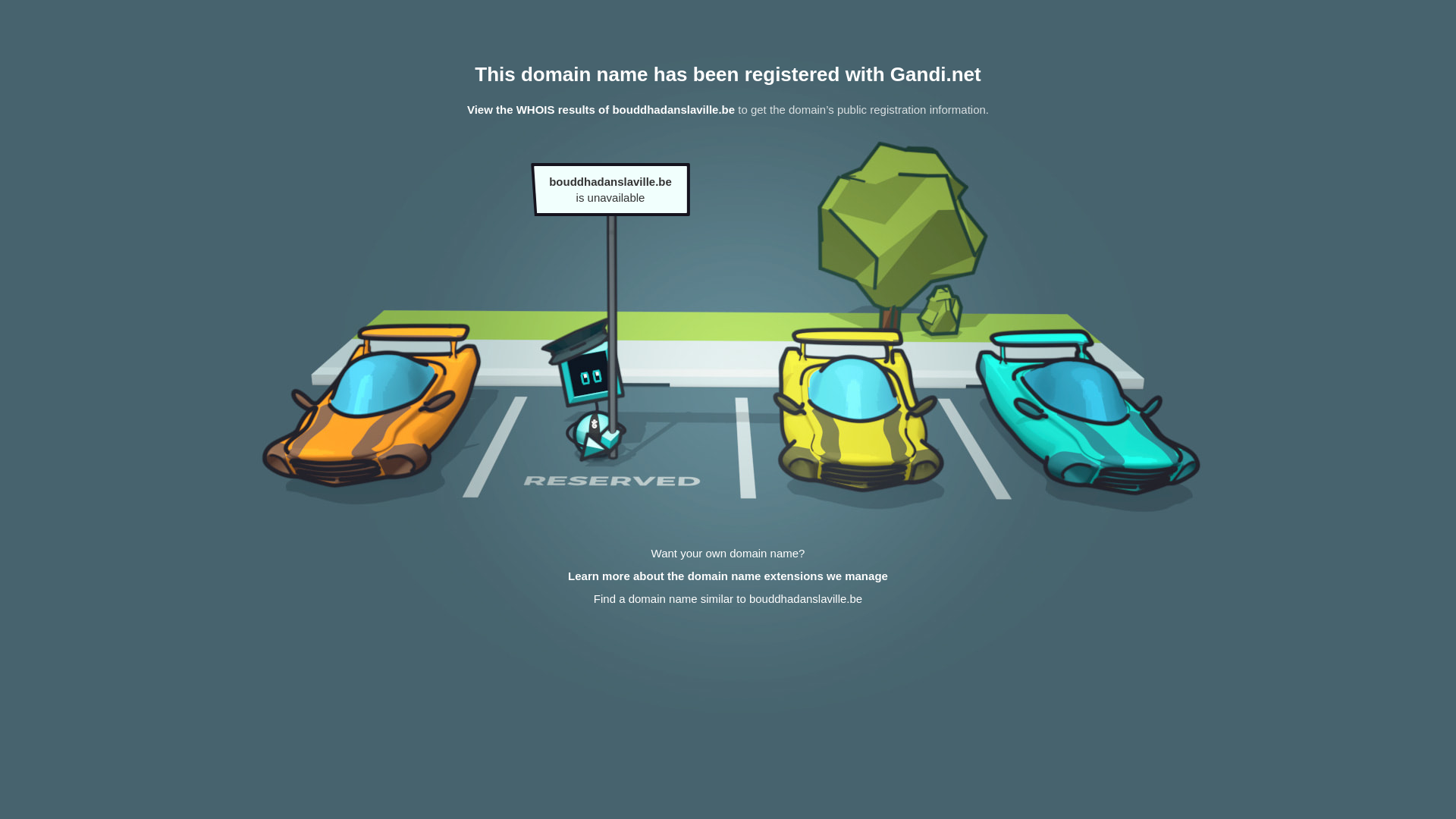 The image size is (1456, 819). I want to click on 'Learn more about the domain name extensions we manage', so click(728, 576).